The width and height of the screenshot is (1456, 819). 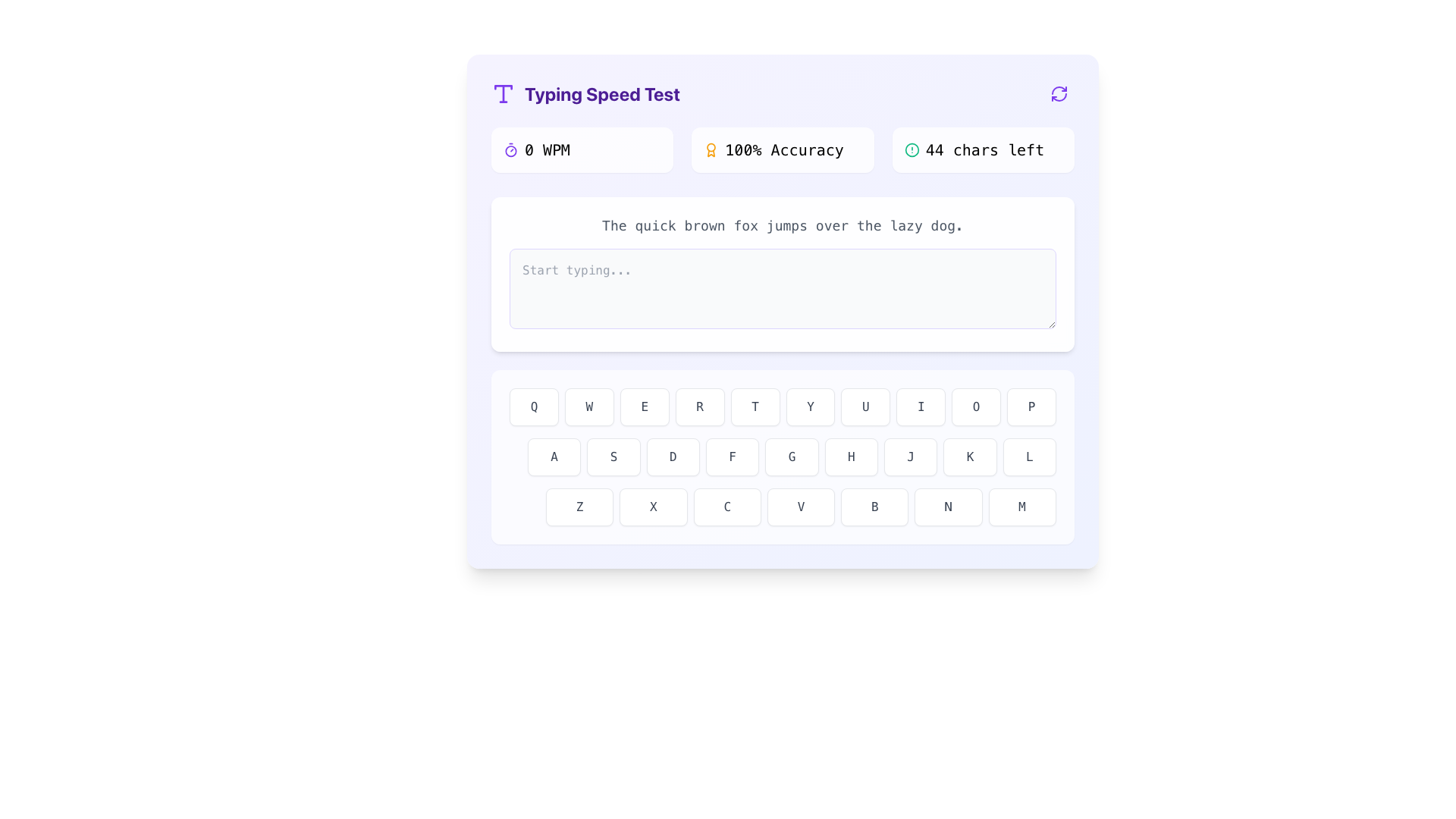 I want to click on the SVG graphical element that is part of the timer icon, located near the top section of the interface adjacent to the '0 WPM' text, so click(x=510, y=151).